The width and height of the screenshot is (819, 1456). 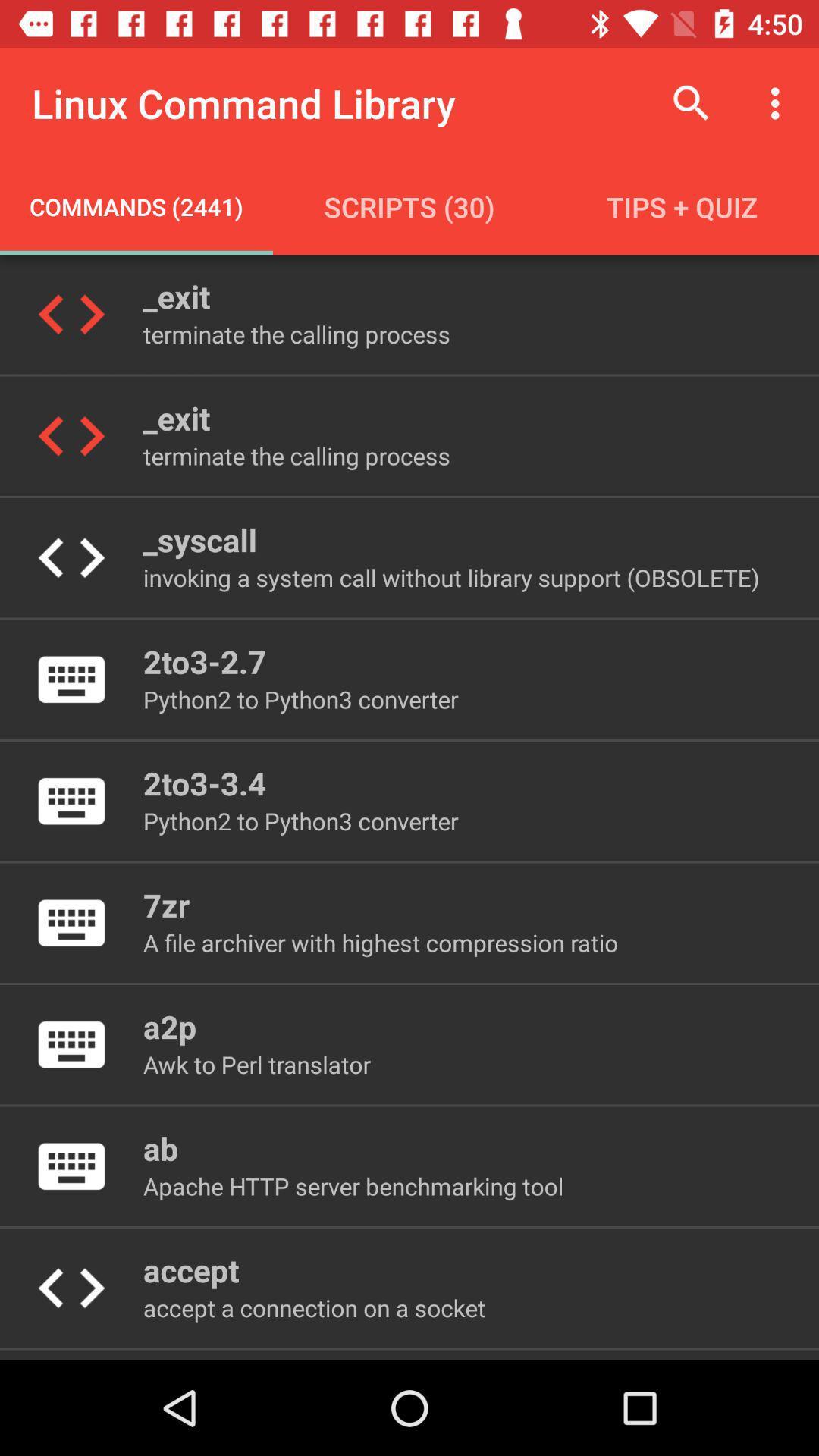 What do you see at coordinates (199, 539) in the screenshot?
I see `item below the terminate the calling icon` at bounding box center [199, 539].